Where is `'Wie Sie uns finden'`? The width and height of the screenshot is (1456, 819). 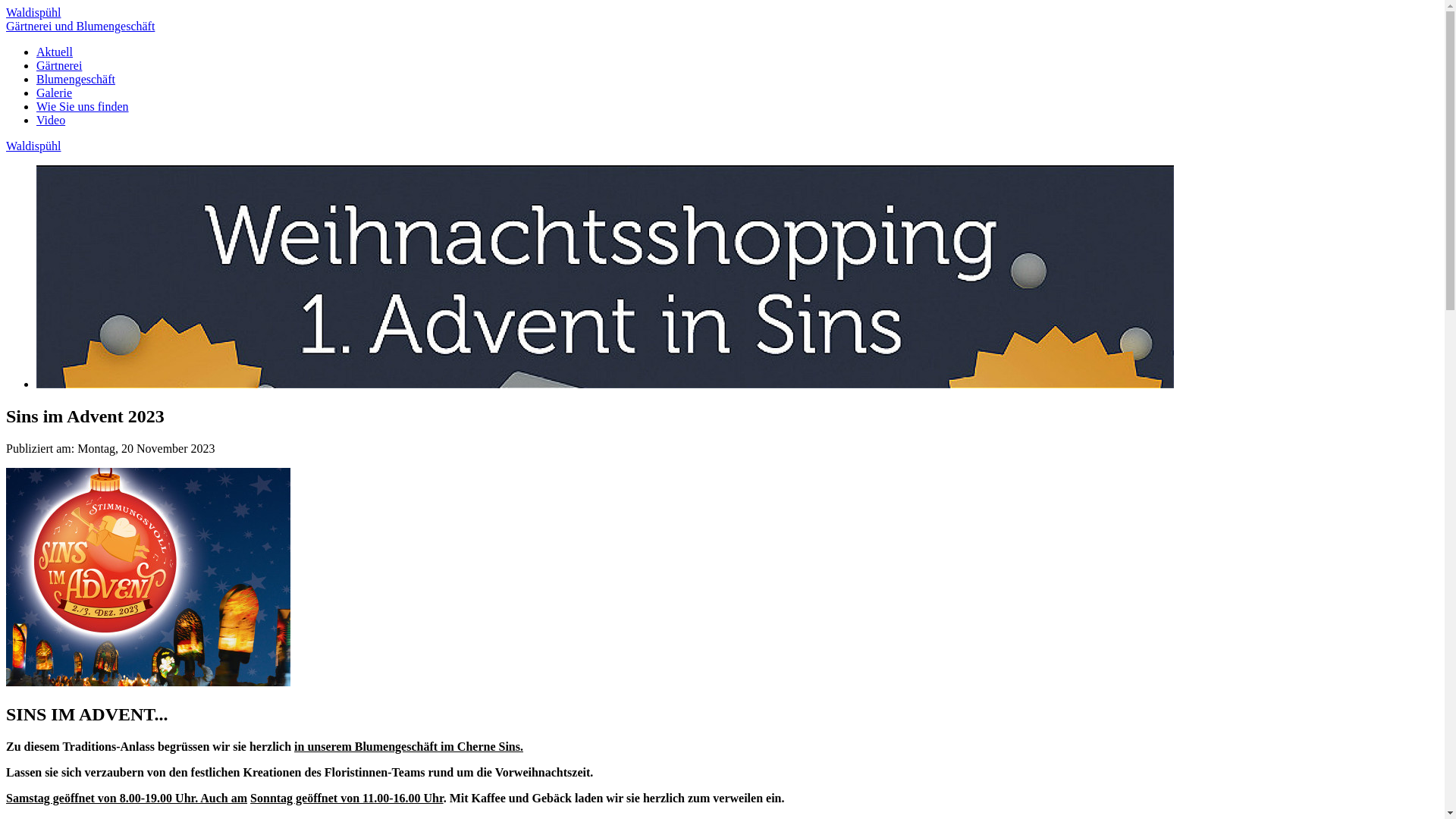 'Wie Sie uns finden' is located at coordinates (36, 105).